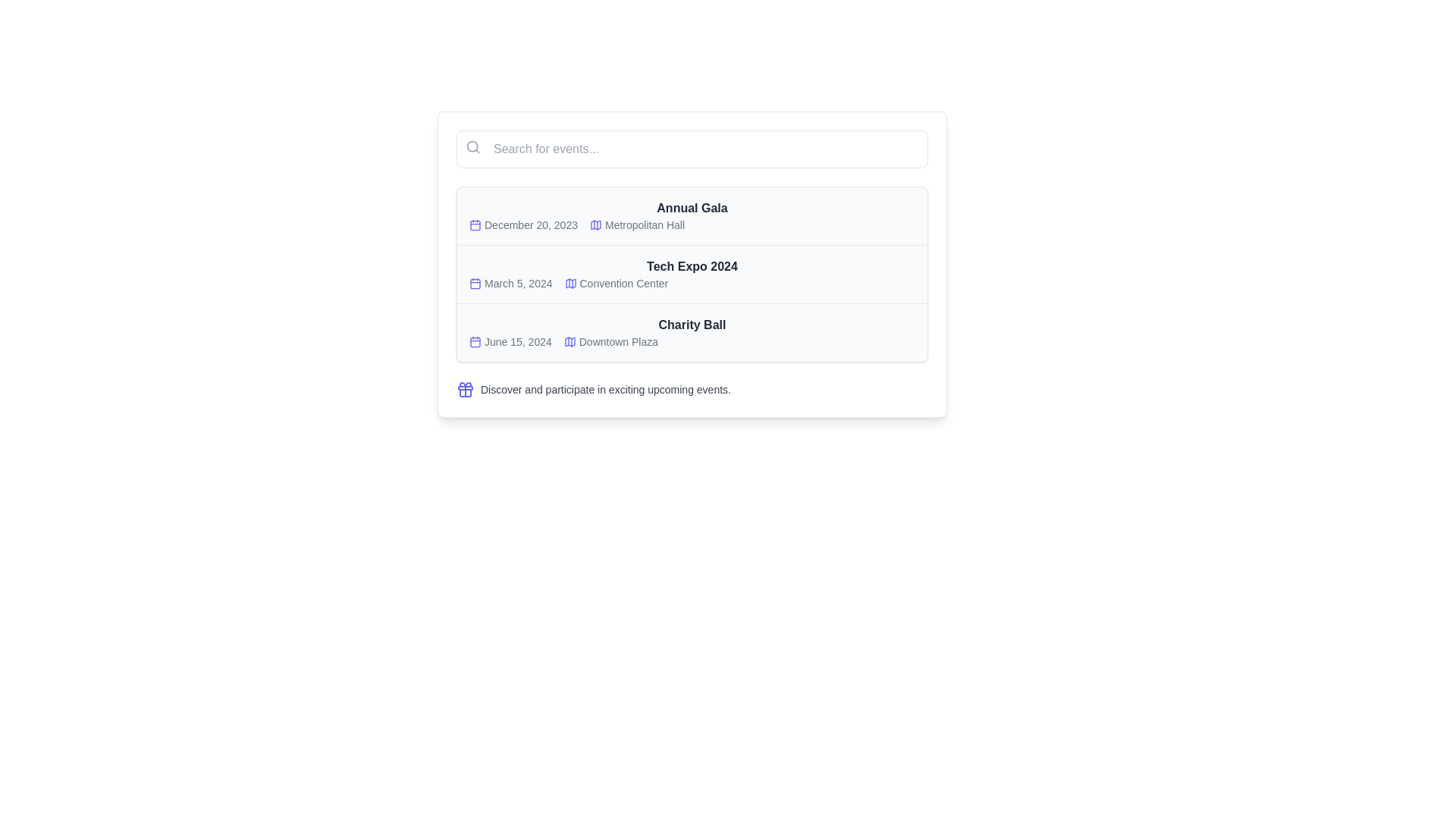  I want to click on the icon representing 'Downtown Plaza' located next to the date 'June 15, 2024' in the events list, so click(569, 342).